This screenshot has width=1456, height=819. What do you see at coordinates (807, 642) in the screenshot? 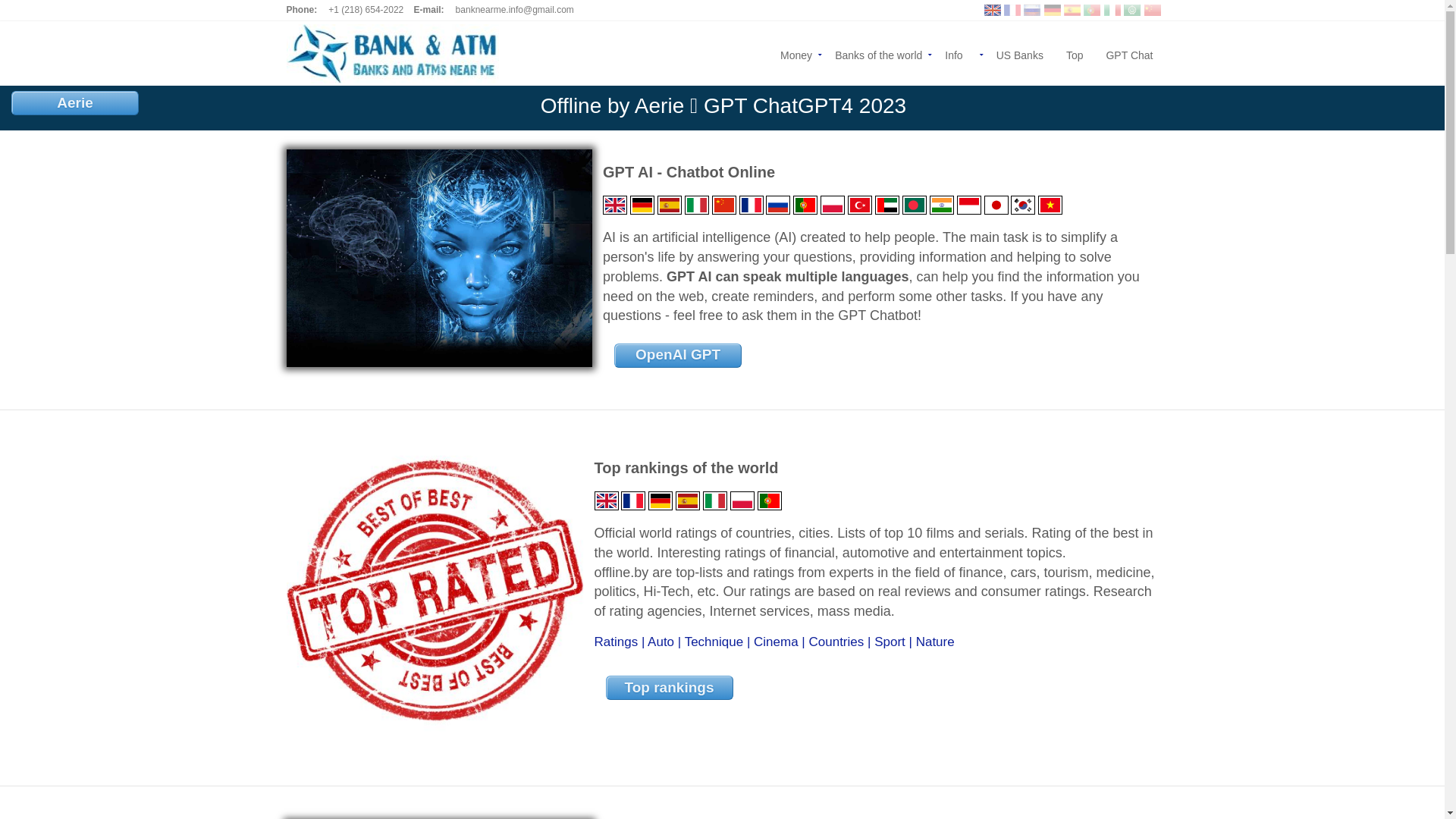
I see `'Countries'` at bounding box center [807, 642].